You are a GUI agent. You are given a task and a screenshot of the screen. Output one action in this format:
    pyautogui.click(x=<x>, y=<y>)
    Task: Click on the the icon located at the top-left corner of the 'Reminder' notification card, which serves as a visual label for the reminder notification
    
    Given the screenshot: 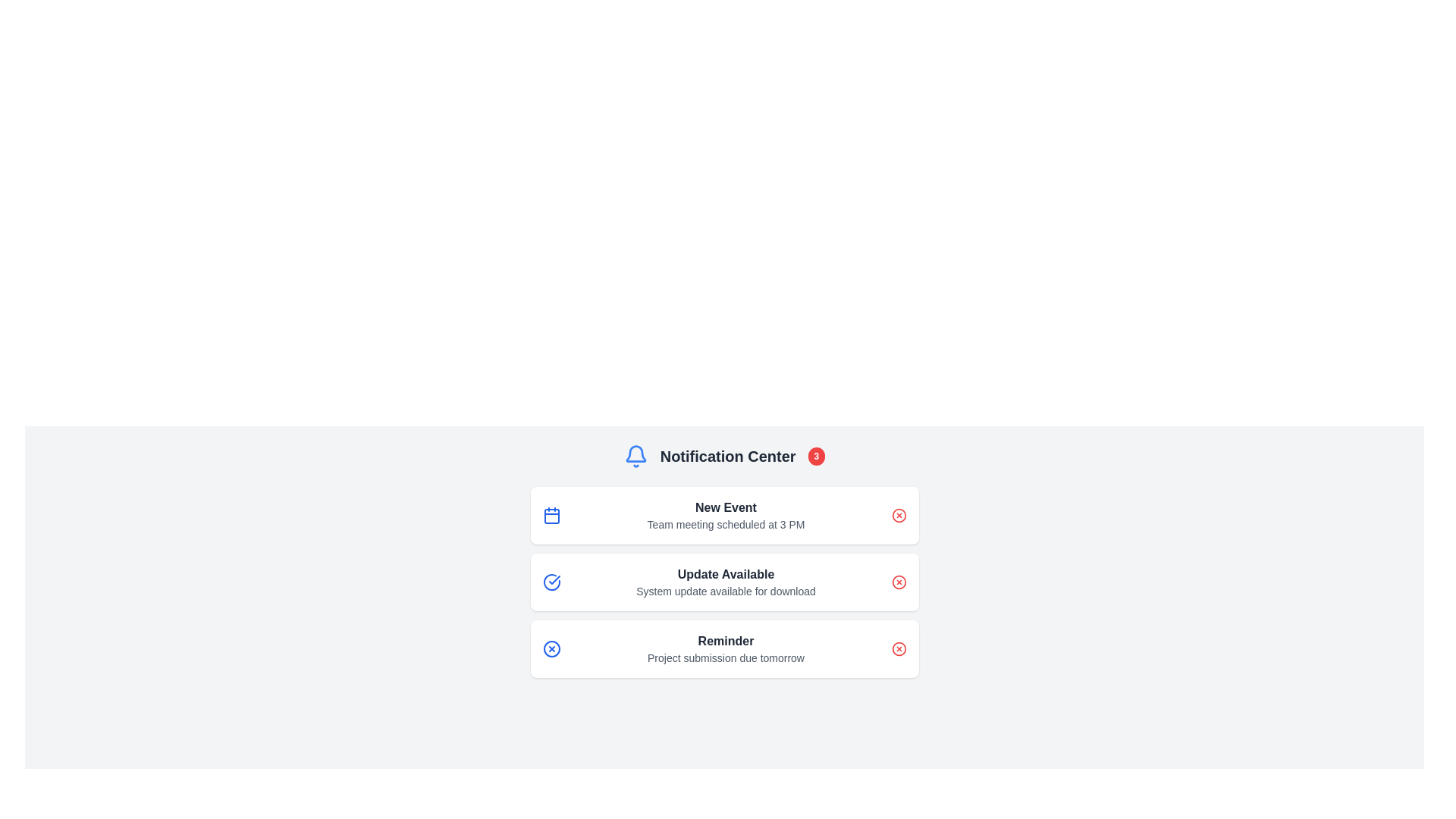 What is the action you would take?
    pyautogui.click(x=551, y=648)
    